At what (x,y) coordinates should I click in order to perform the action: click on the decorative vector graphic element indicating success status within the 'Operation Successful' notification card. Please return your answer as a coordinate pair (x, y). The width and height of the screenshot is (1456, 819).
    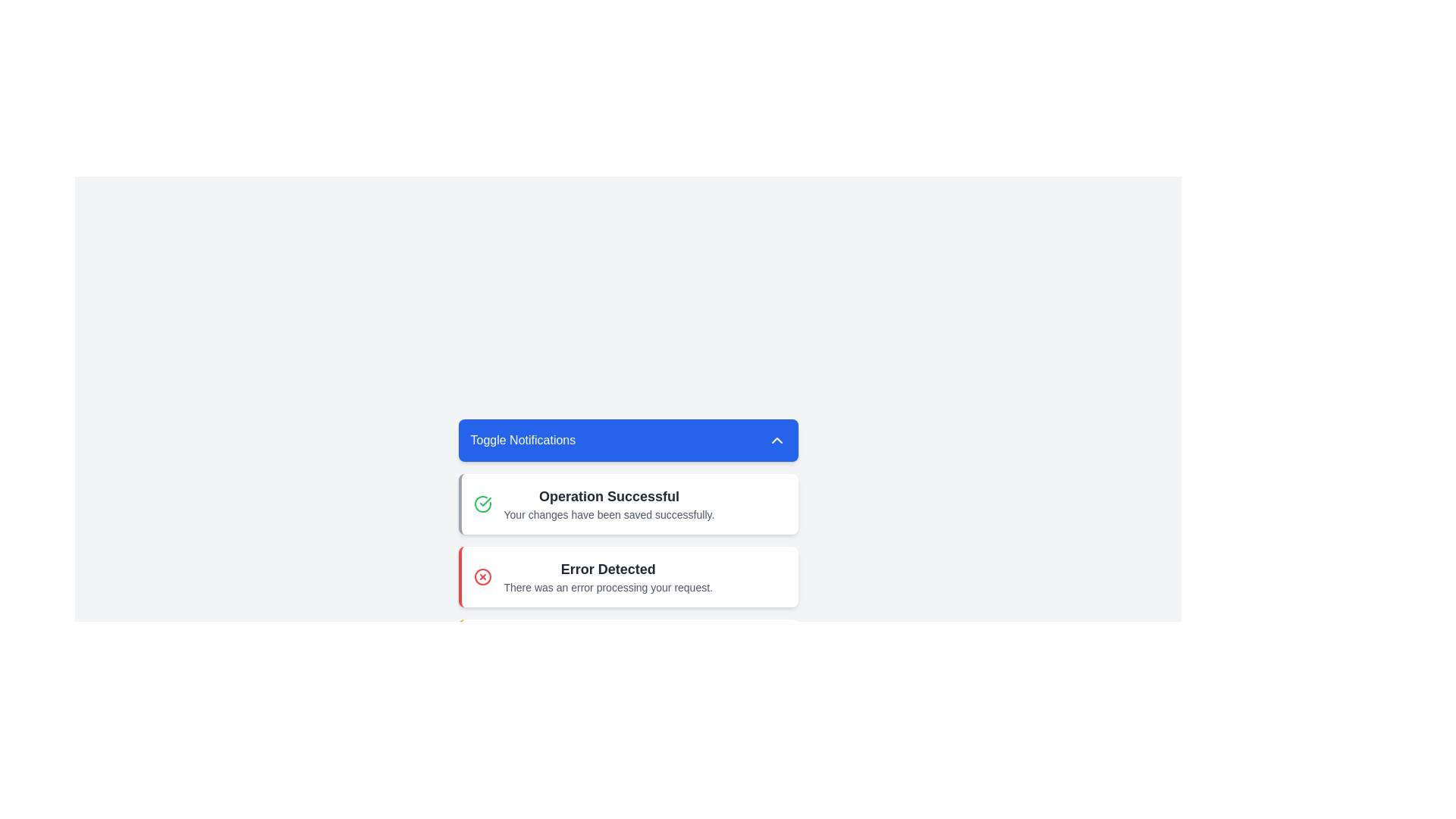
    Looking at the image, I should click on (482, 504).